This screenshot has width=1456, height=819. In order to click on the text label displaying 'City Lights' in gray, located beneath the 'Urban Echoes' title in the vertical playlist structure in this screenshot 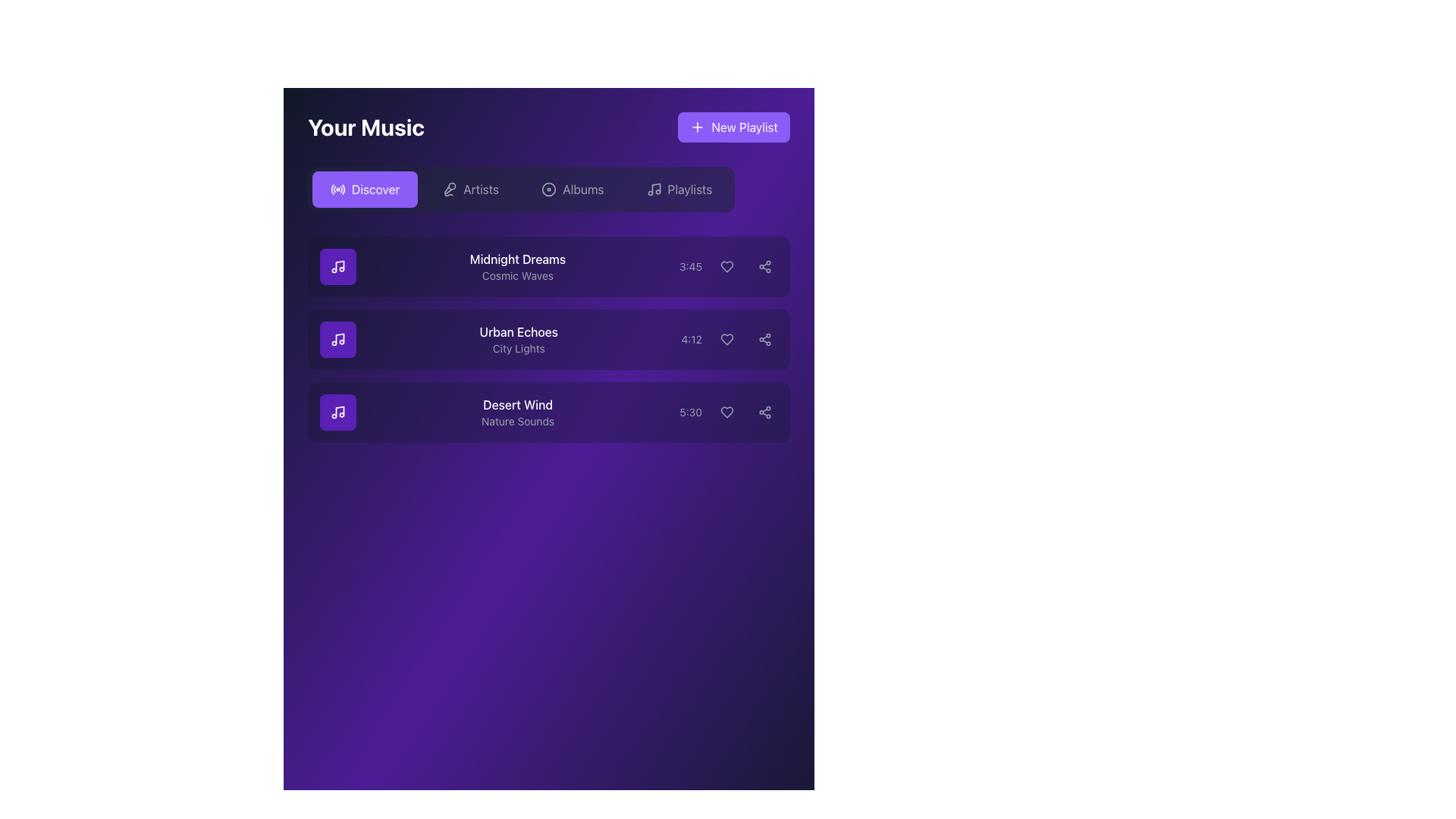, I will do `click(519, 348)`.